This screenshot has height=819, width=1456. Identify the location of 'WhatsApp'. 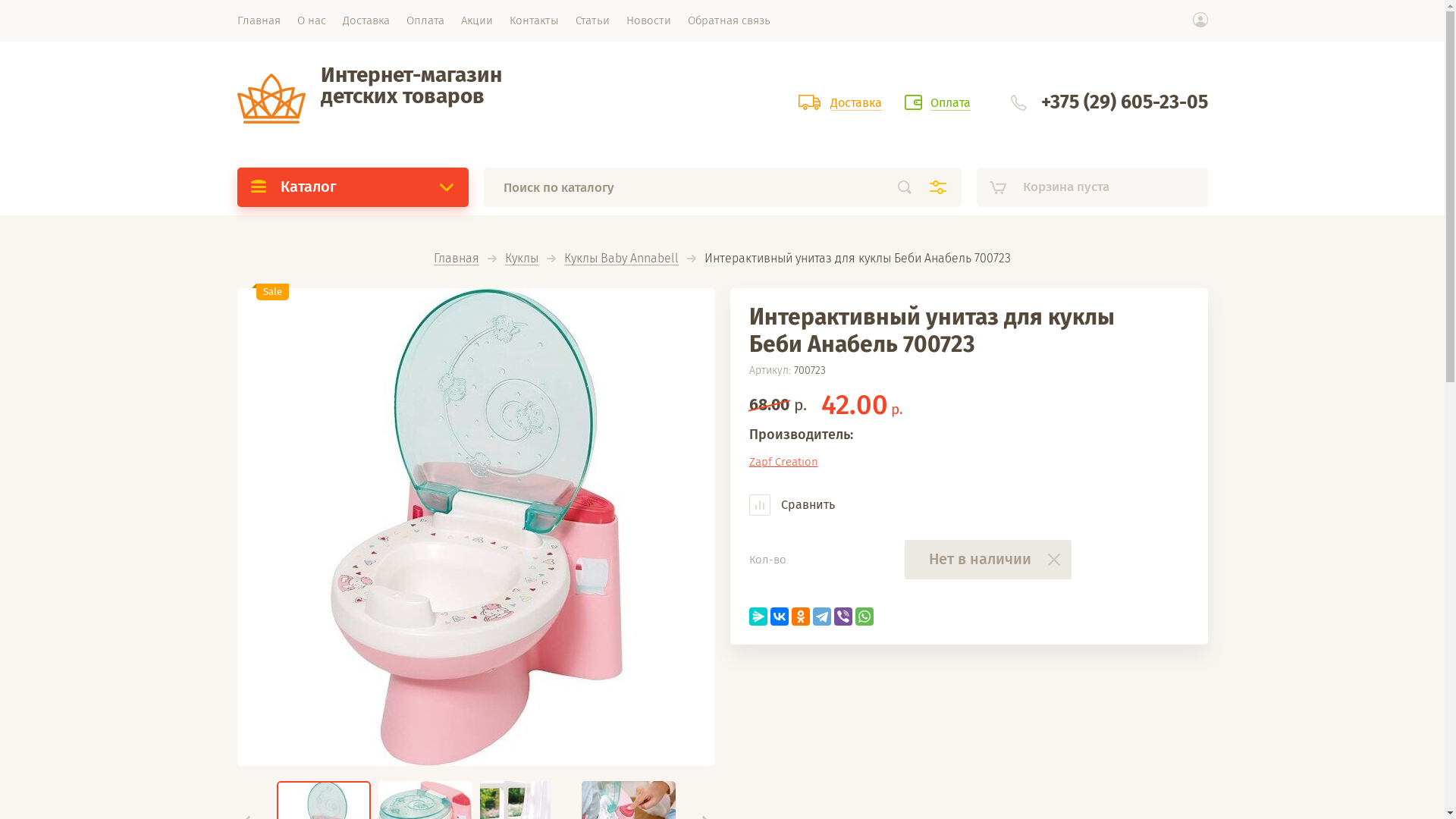
(855, 617).